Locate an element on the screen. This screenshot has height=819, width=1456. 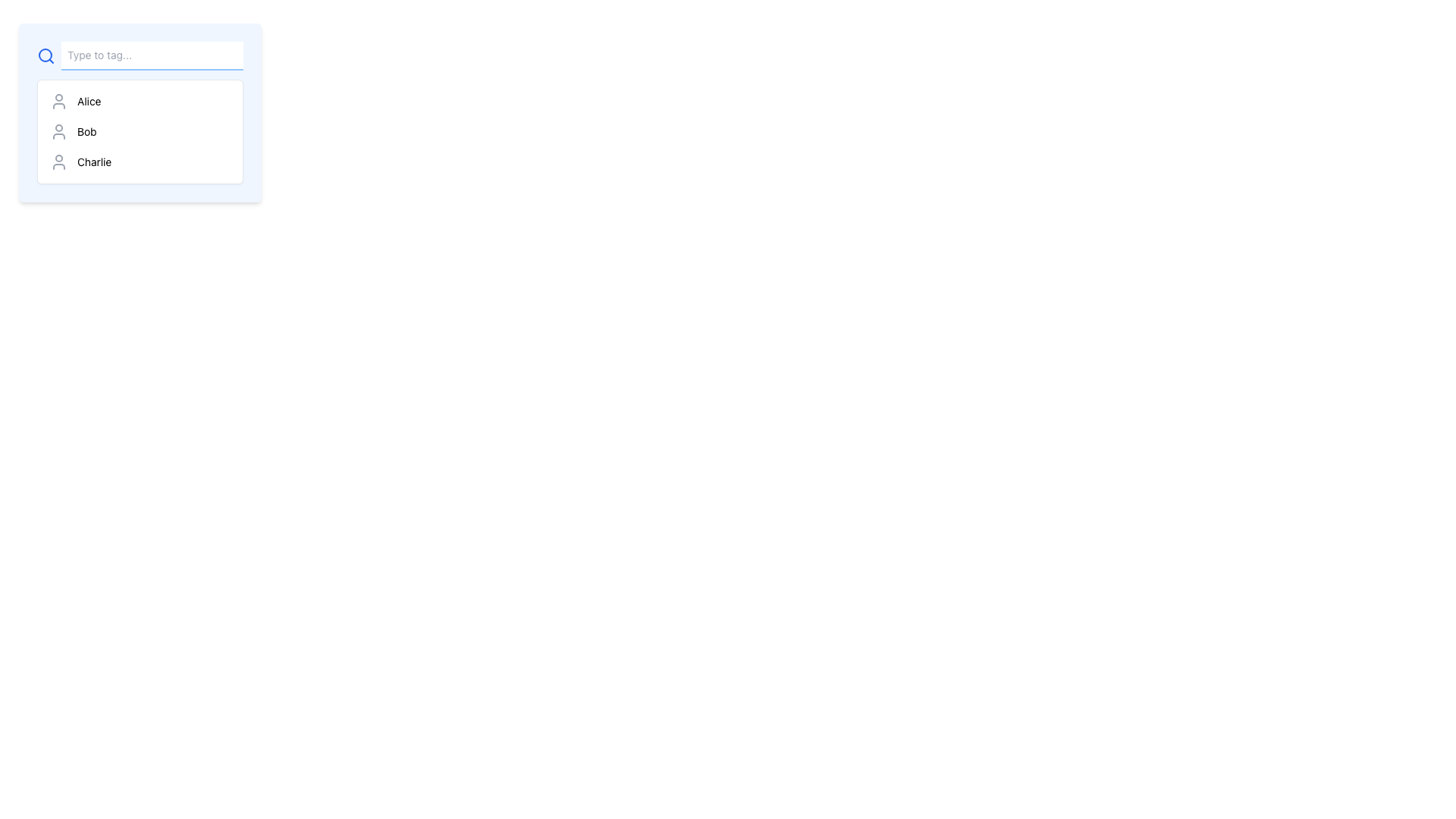
the text 'Charlie', which is the last item in a list of names, visually aligned with a user icon to its left is located at coordinates (93, 162).